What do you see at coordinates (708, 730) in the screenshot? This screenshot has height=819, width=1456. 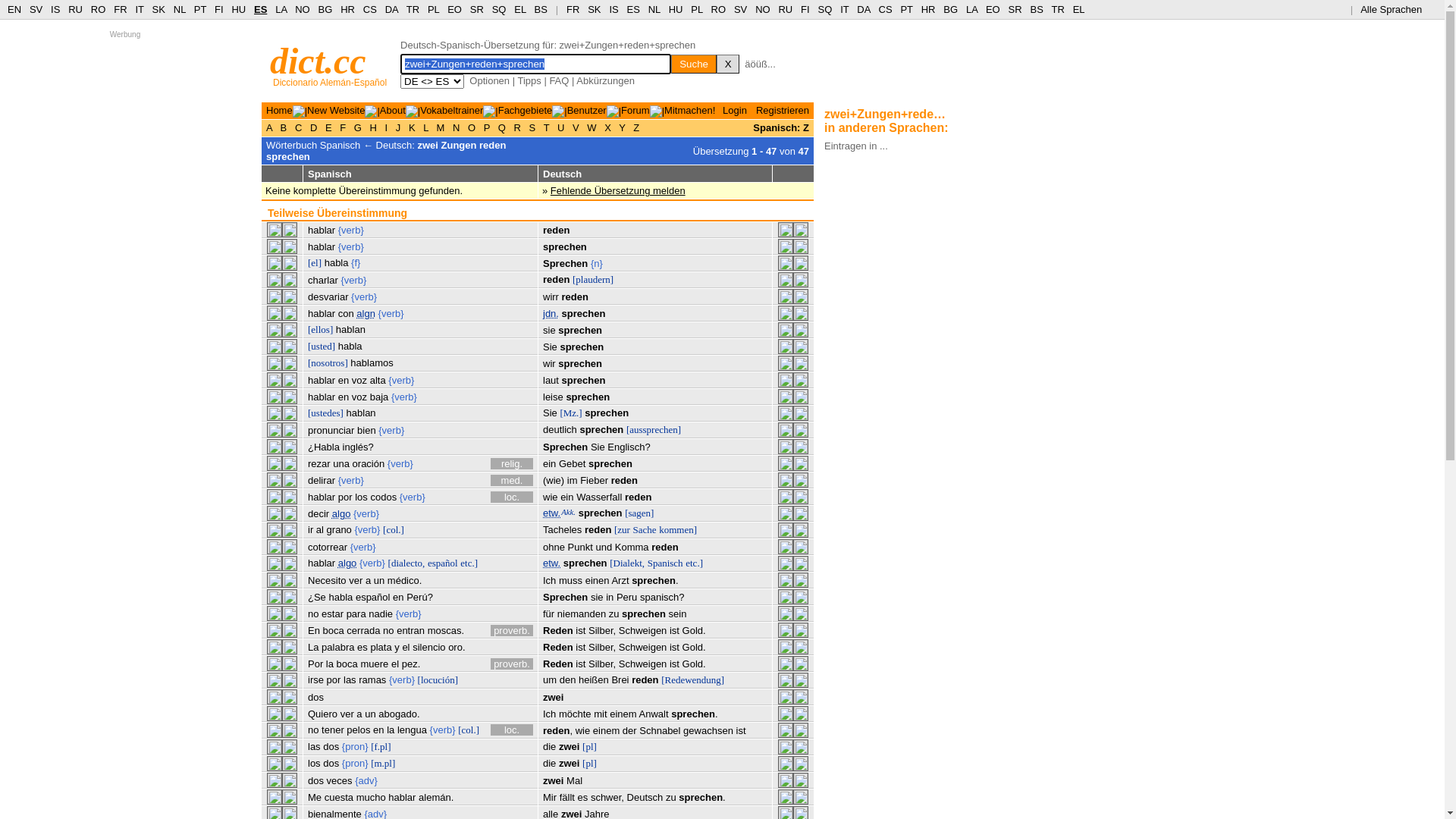 I see `'gewachsen'` at bounding box center [708, 730].